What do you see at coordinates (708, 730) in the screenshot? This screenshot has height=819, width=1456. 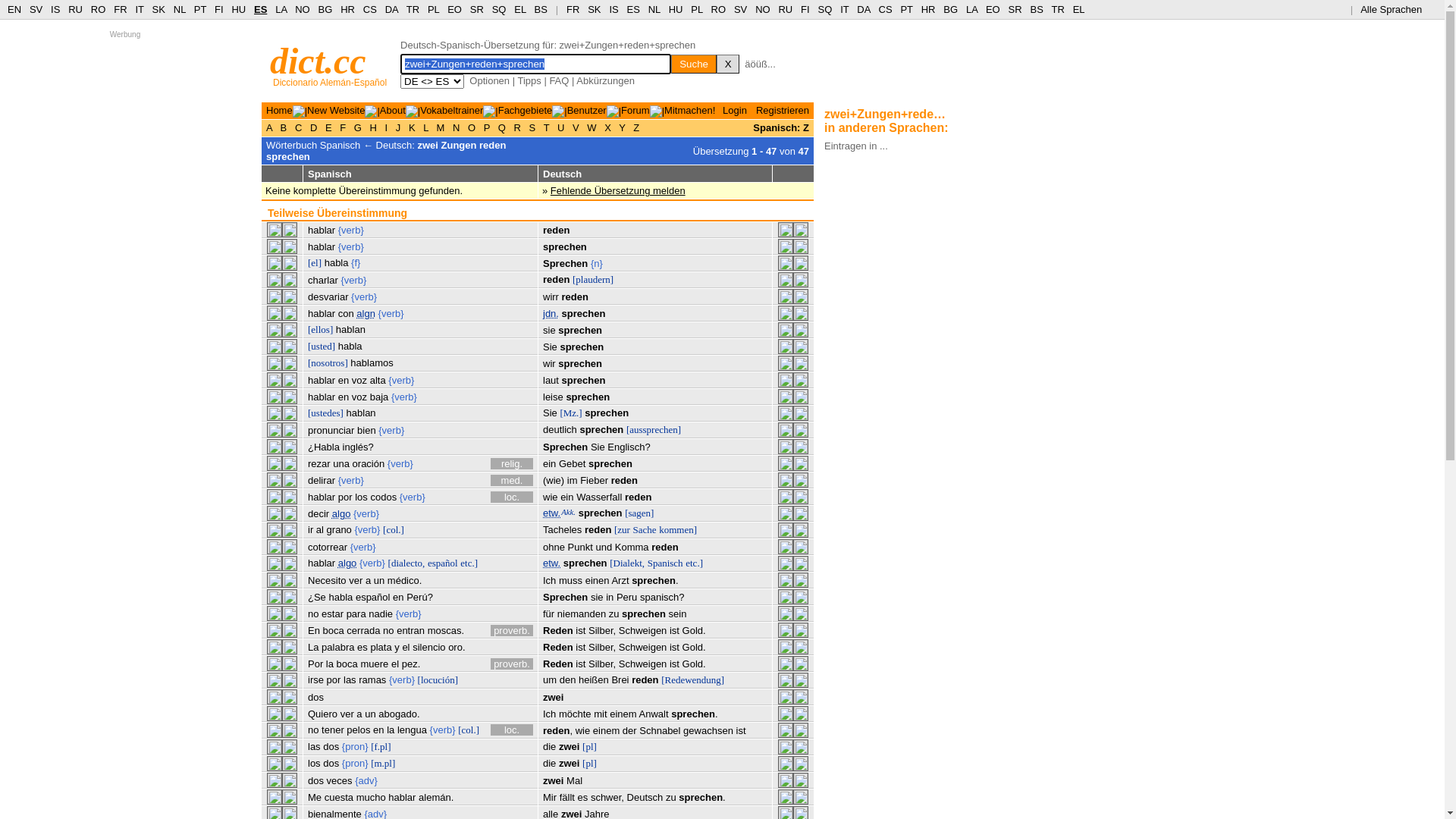 I see `'gewachsen'` at bounding box center [708, 730].